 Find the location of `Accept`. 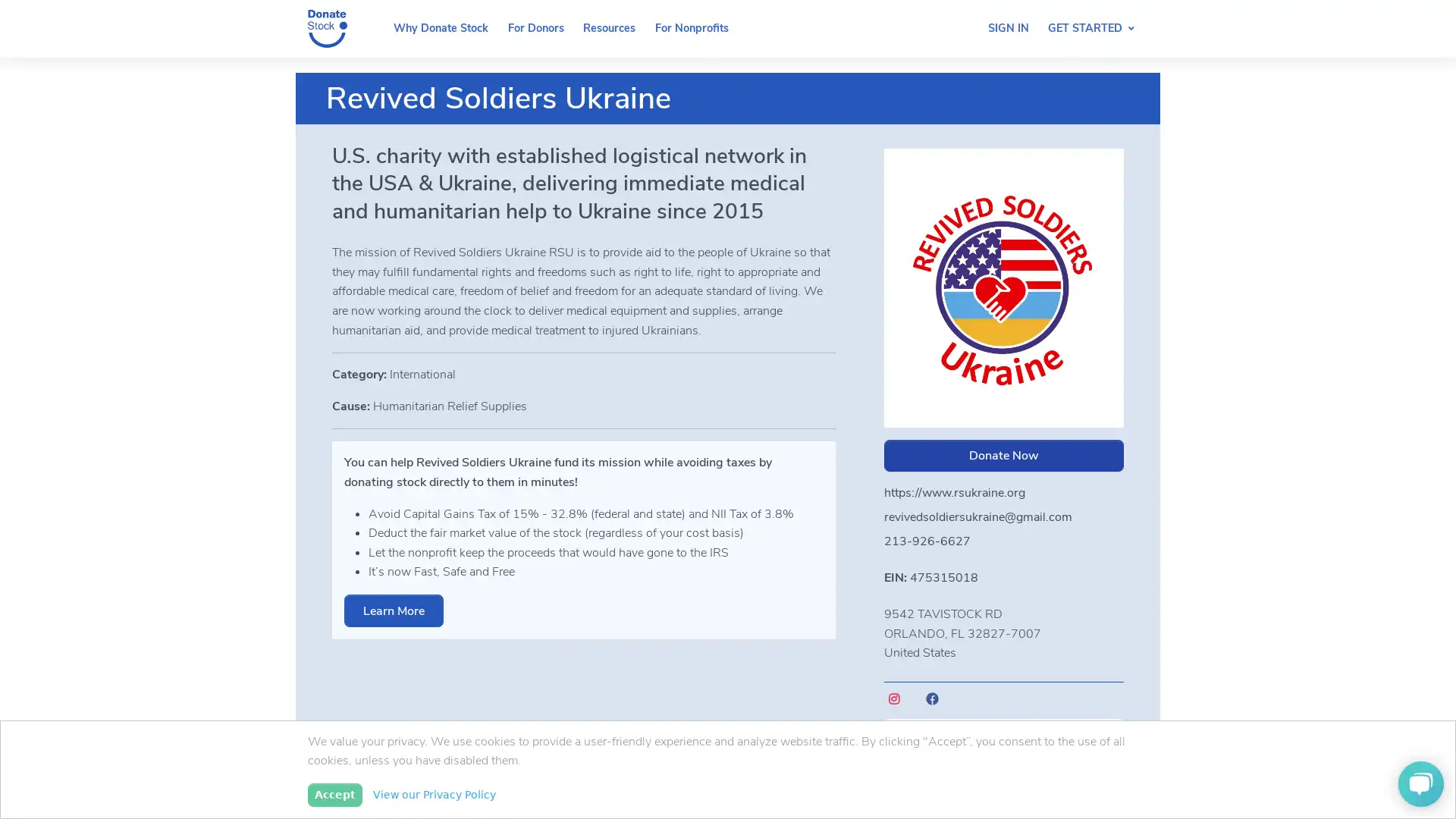

Accept is located at coordinates (334, 794).